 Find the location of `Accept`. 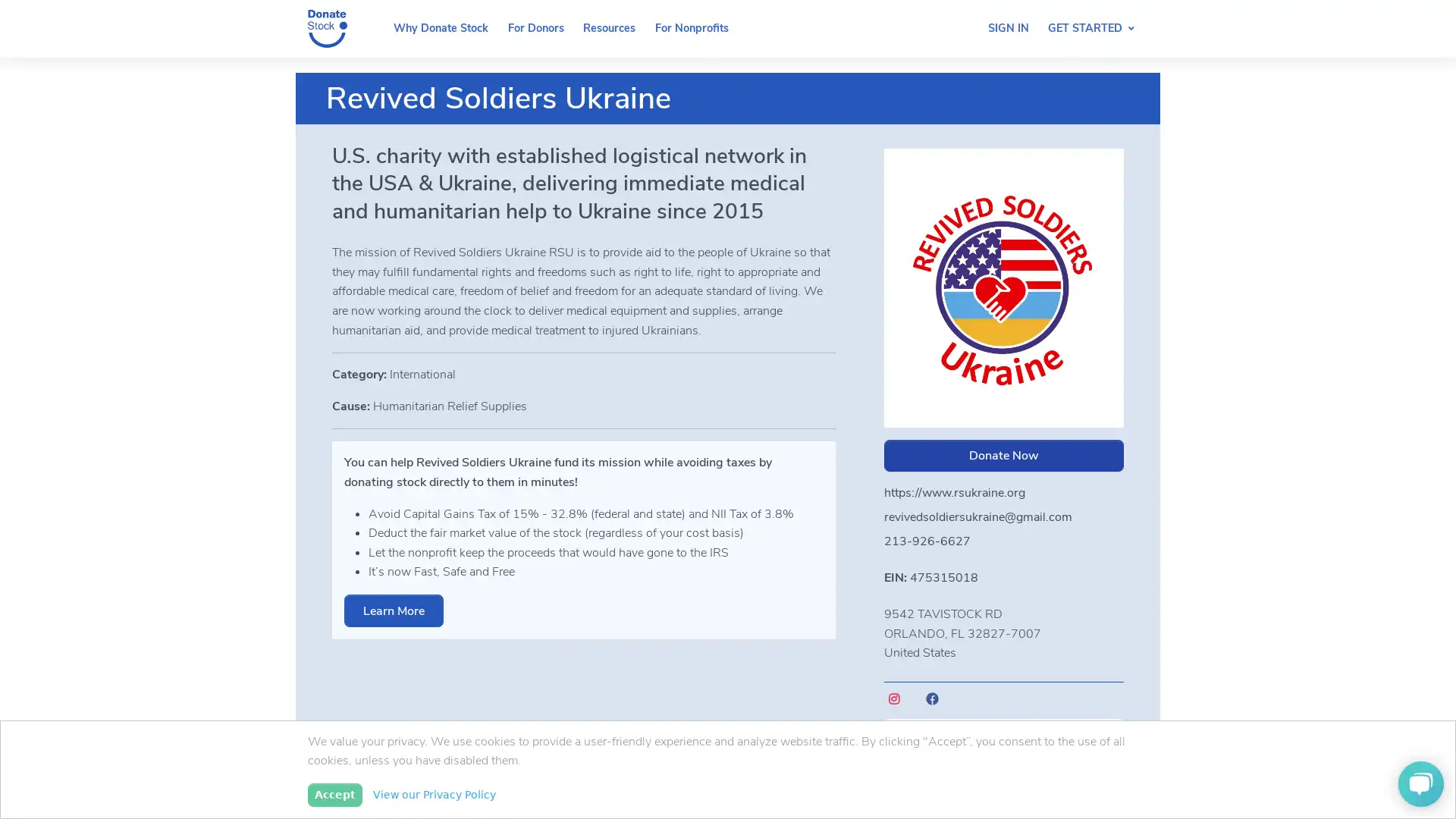

Accept is located at coordinates (334, 794).